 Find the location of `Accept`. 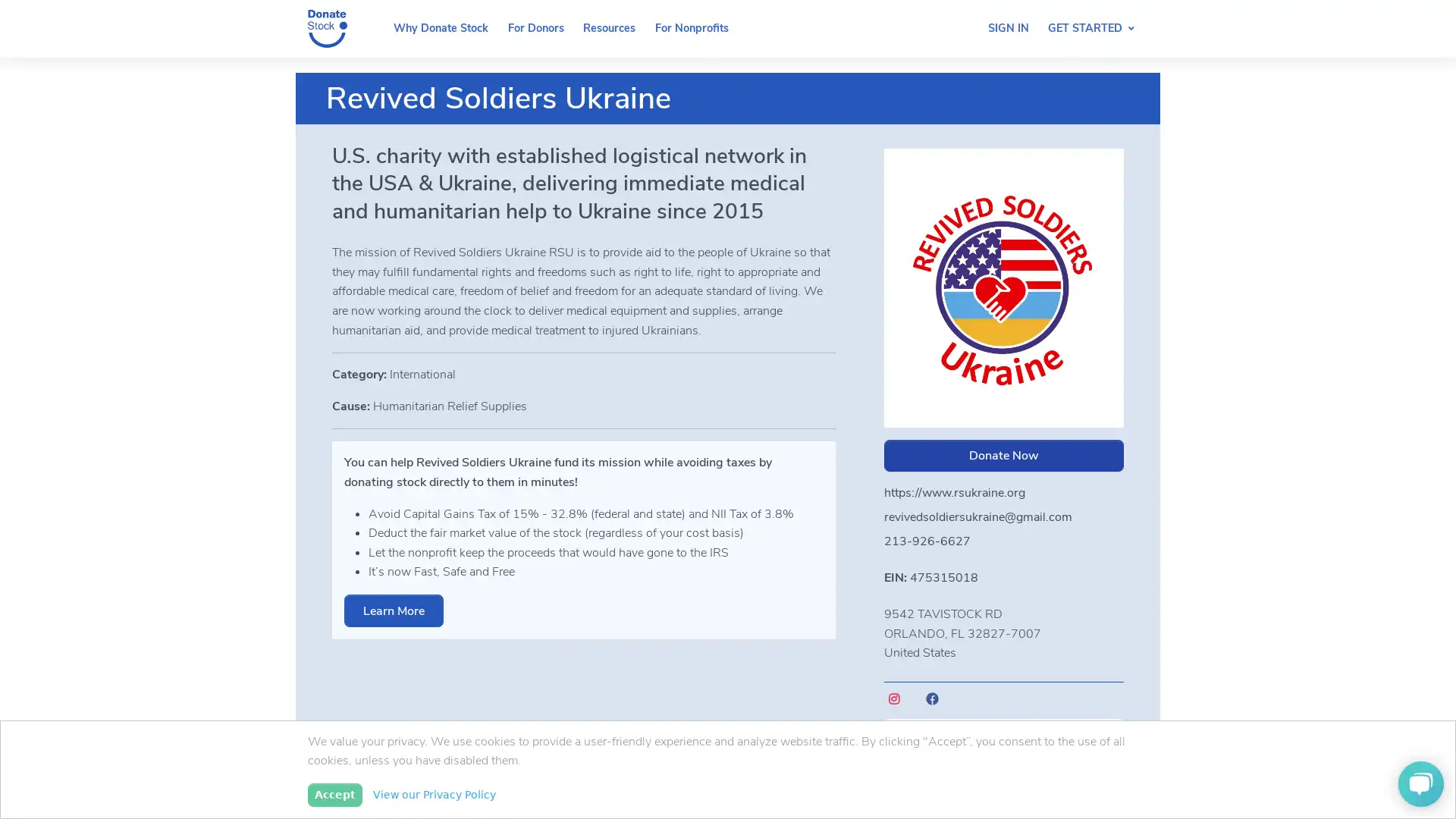

Accept is located at coordinates (334, 794).